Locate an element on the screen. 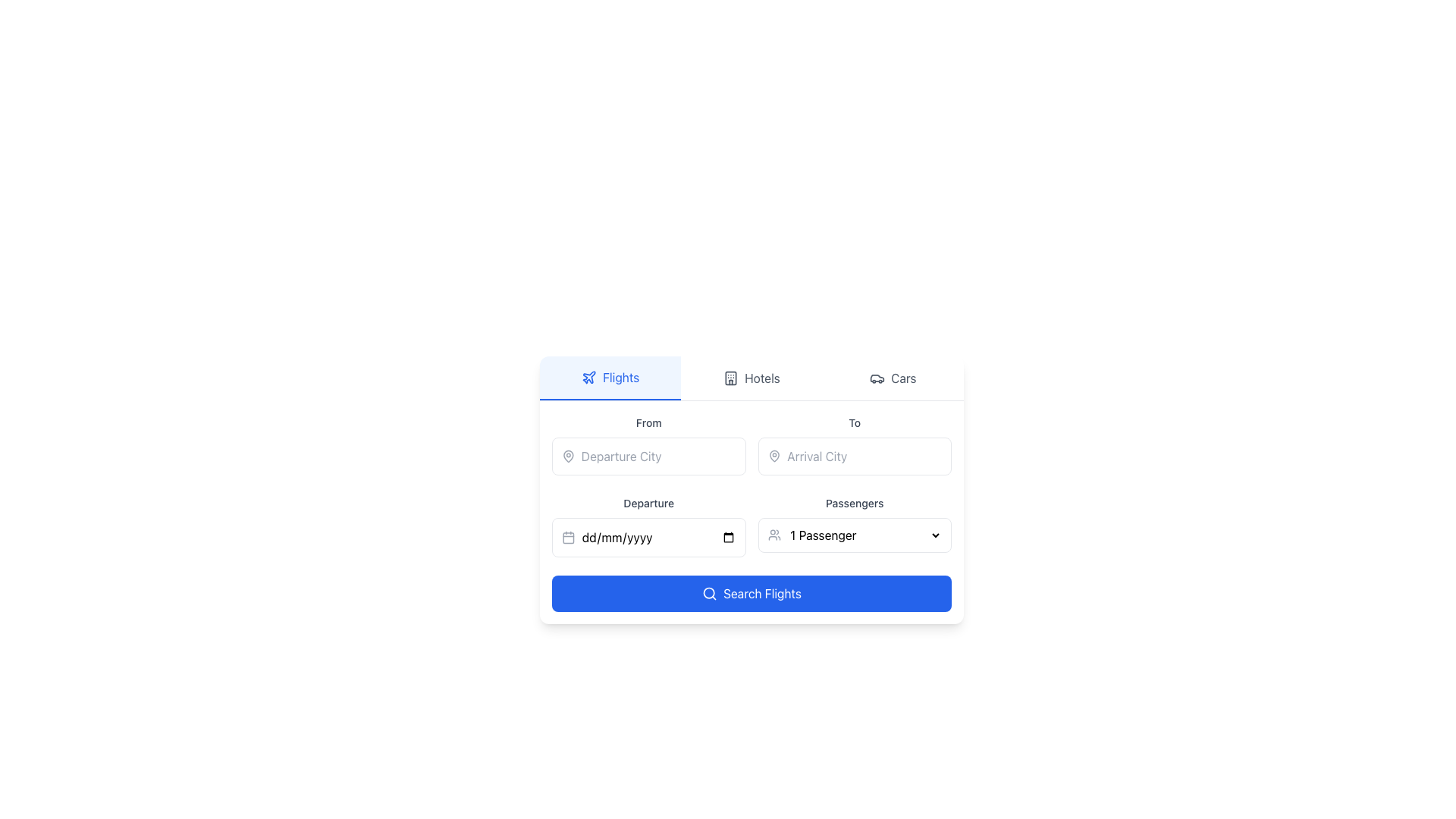 Image resolution: width=1456 pixels, height=819 pixels. the central icon in the navigation bar that indicates the 'Hotels' section, located to the left of the 'Hotels' text is located at coordinates (731, 377).